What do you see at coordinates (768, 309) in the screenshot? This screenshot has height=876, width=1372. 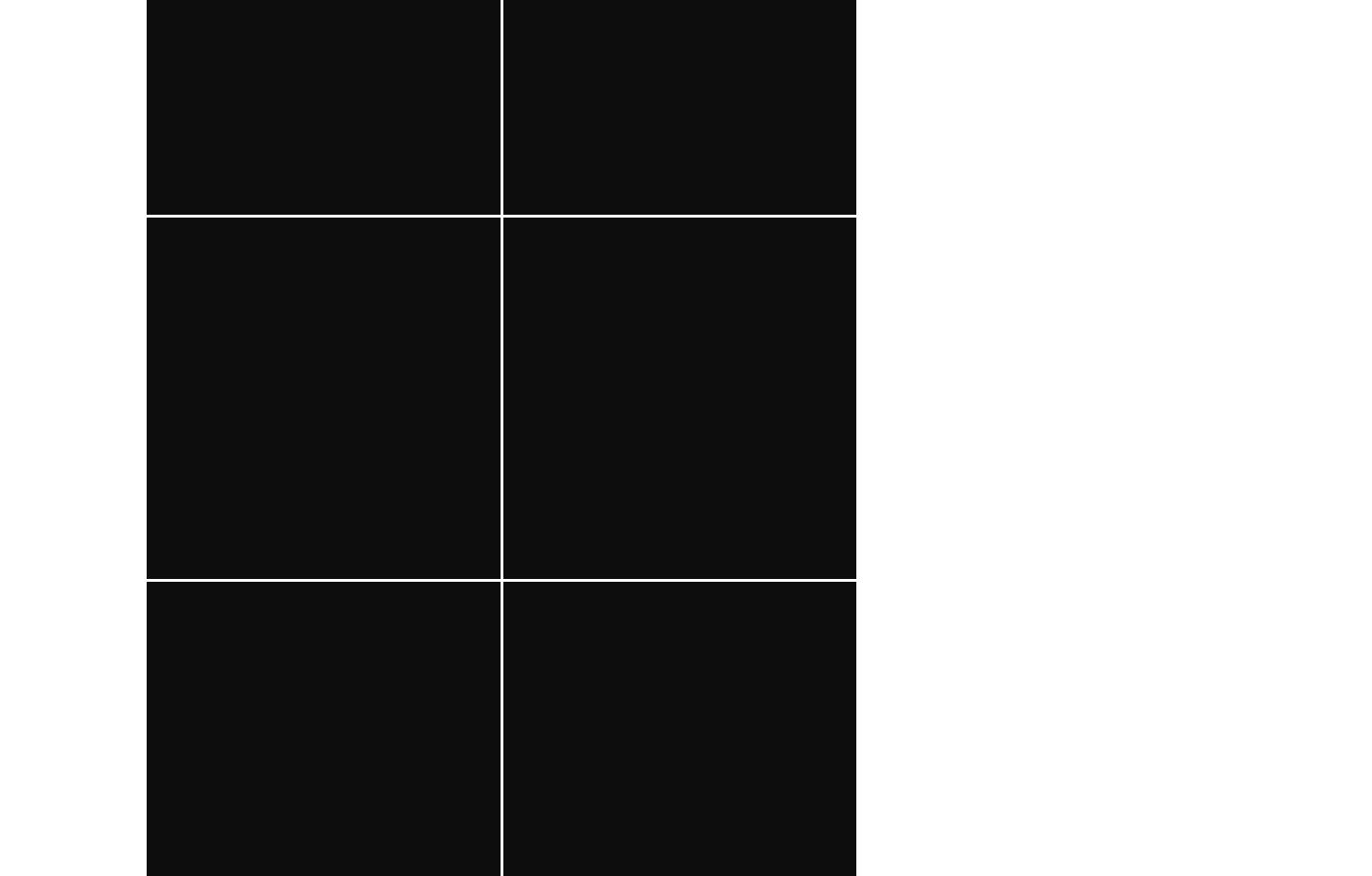 I see `'April 2, 2019'` at bounding box center [768, 309].